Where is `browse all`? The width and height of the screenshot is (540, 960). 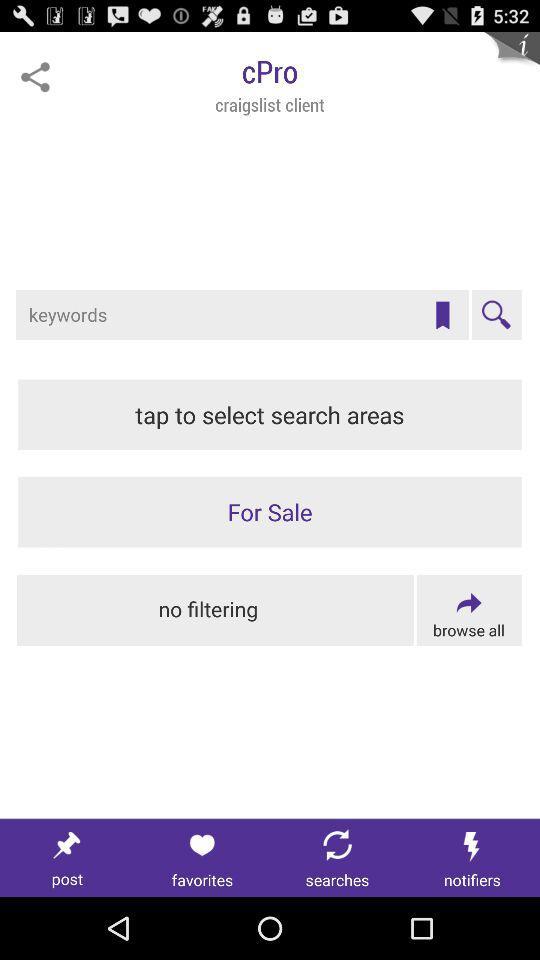
browse all is located at coordinates (469, 609).